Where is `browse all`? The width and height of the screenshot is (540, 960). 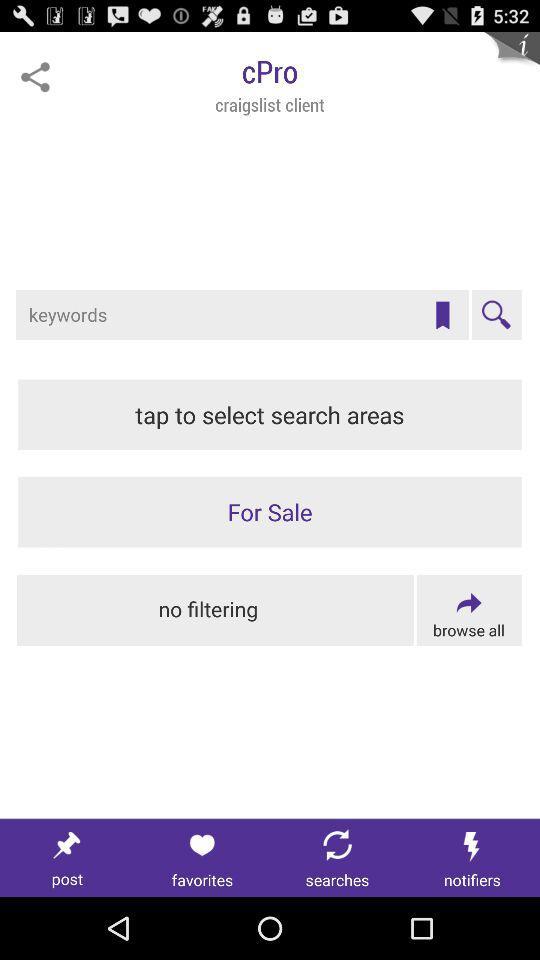
browse all is located at coordinates (469, 609).